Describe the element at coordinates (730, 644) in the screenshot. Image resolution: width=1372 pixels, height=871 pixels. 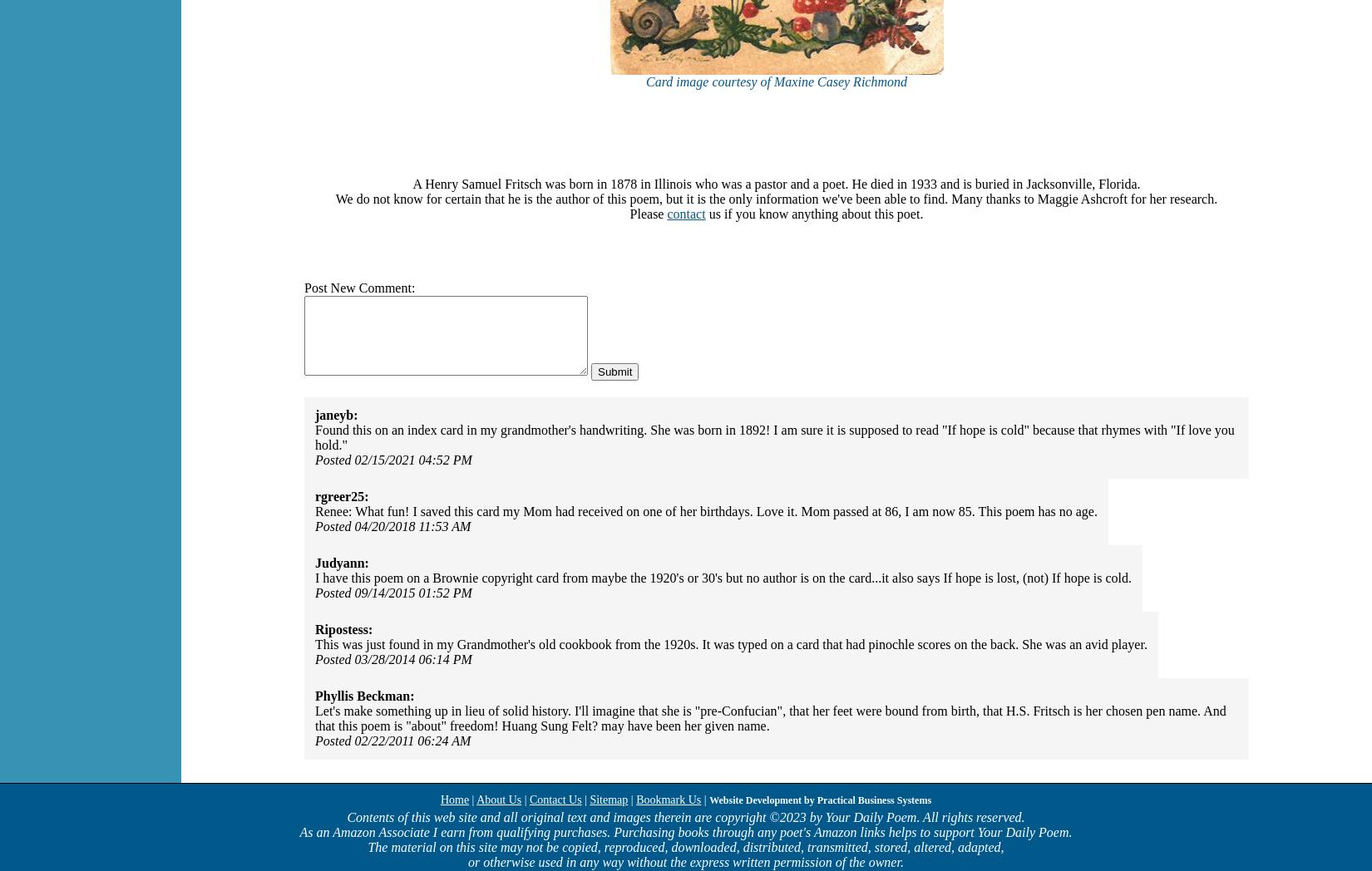
I see `'This was just found in my Grandmother's old cookbook from the 1920s.  It was typed on a card that had pinochle scores on the back.  She was an avid player.'` at that location.